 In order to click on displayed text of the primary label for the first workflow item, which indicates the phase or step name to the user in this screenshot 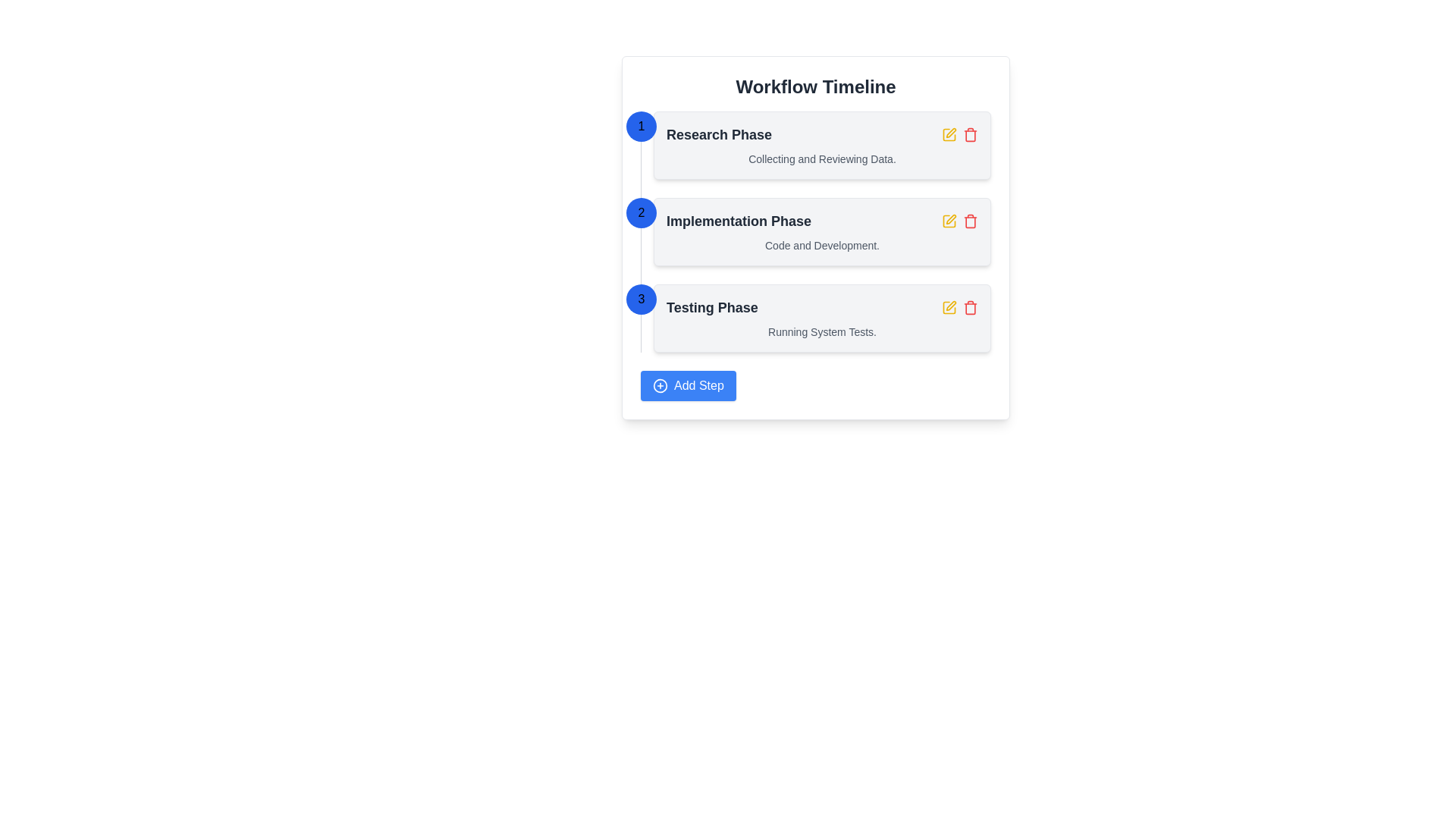, I will do `click(718, 133)`.